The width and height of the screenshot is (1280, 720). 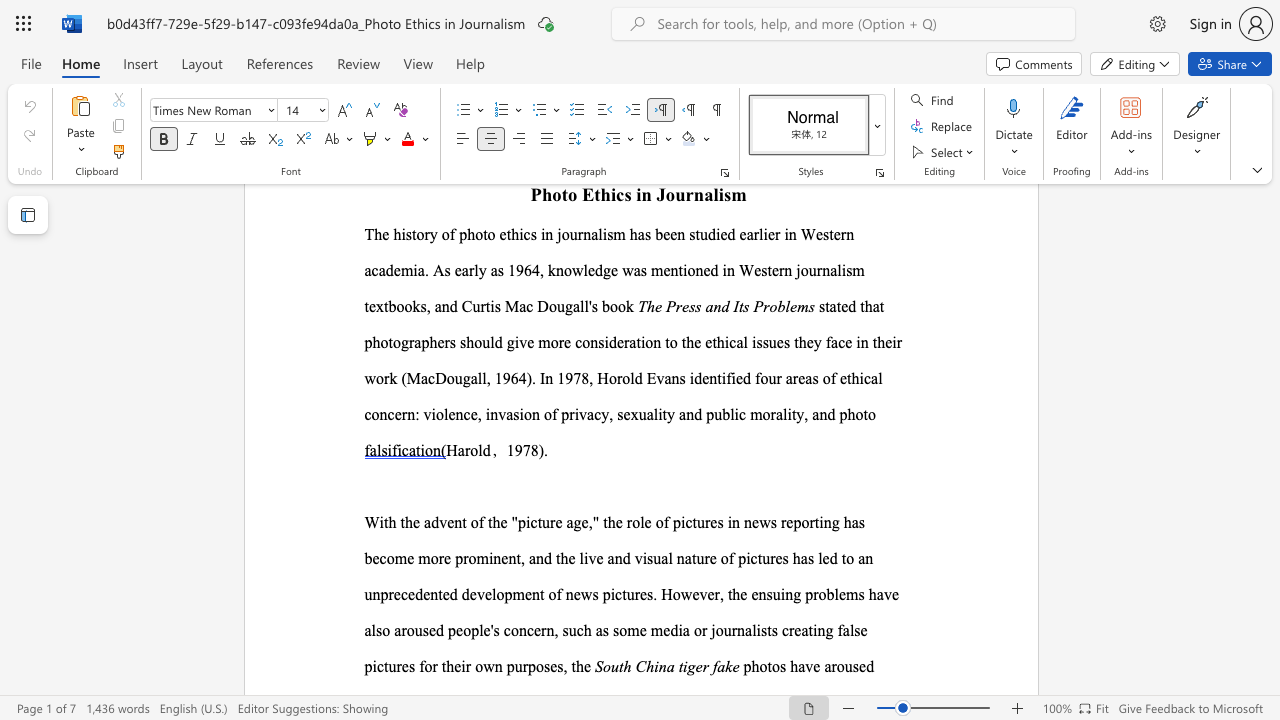 What do you see at coordinates (625, 521) in the screenshot?
I see `the subset text "role of pictures in news reporting has become more prominent, and the live and visual nature of pictures has led to an unprecedented developme" within the text "With the advent of the"` at bounding box center [625, 521].